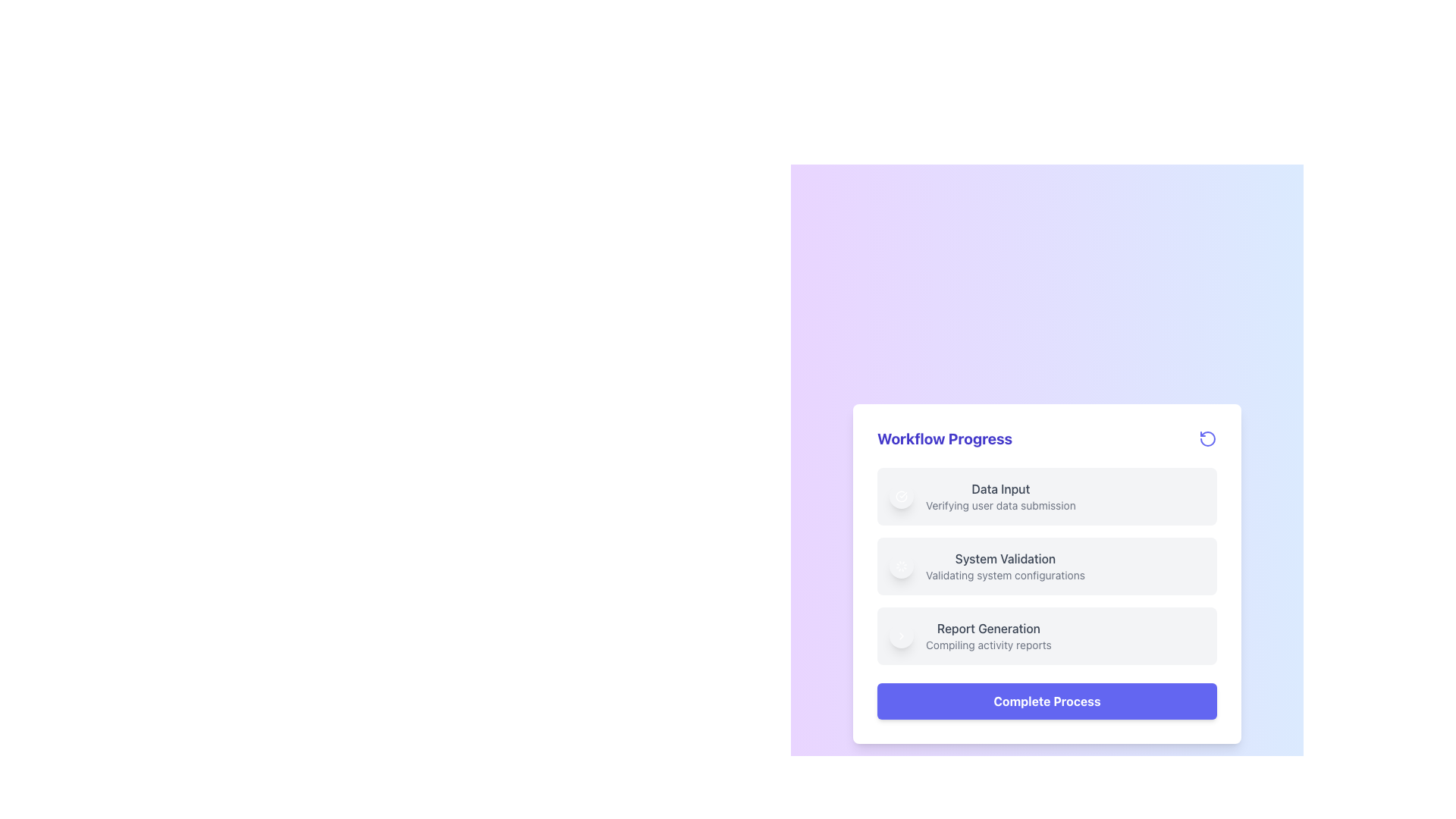 The width and height of the screenshot is (1456, 819). What do you see at coordinates (1046, 636) in the screenshot?
I see `the informational card labeled 'Report Generation' that is the third item in the 'Workflow Progress' card, positioned between 'System Validation' and the 'Complete Process' button` at bounding box center [1046, 636].